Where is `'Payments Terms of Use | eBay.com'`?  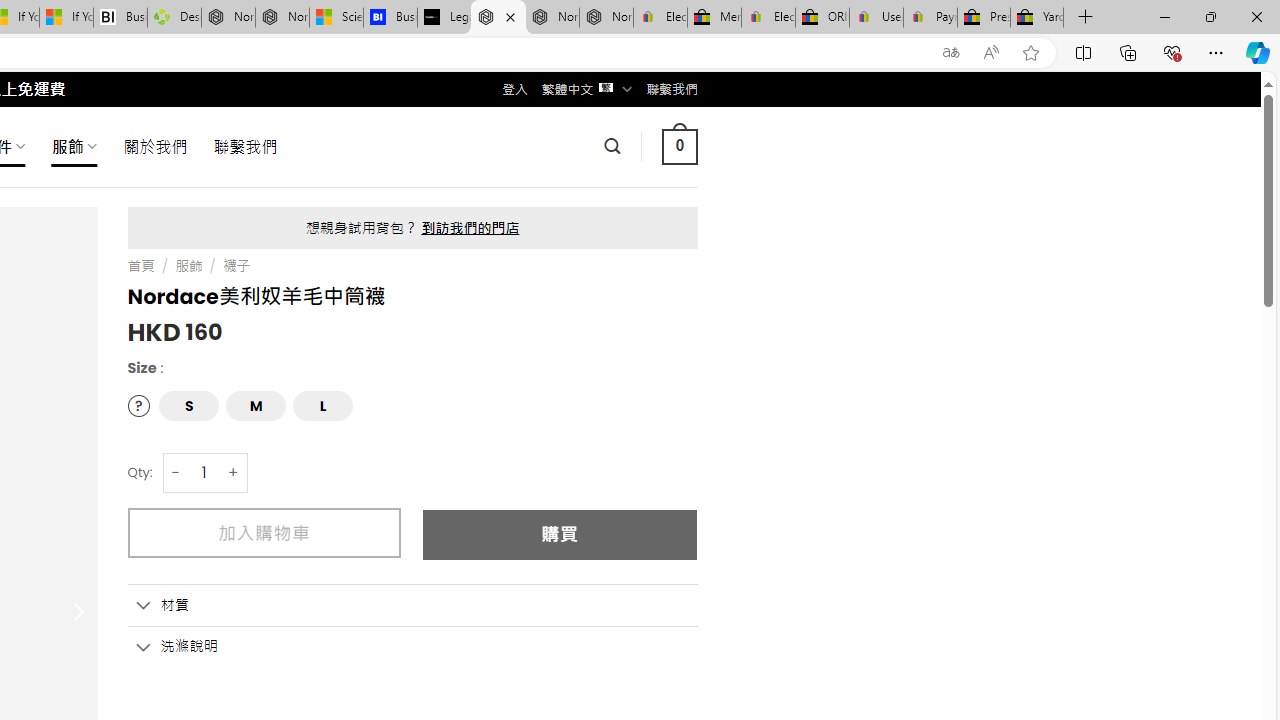 'Payments Terms of Use | eBay.com' is located at coordinates (929, 17).